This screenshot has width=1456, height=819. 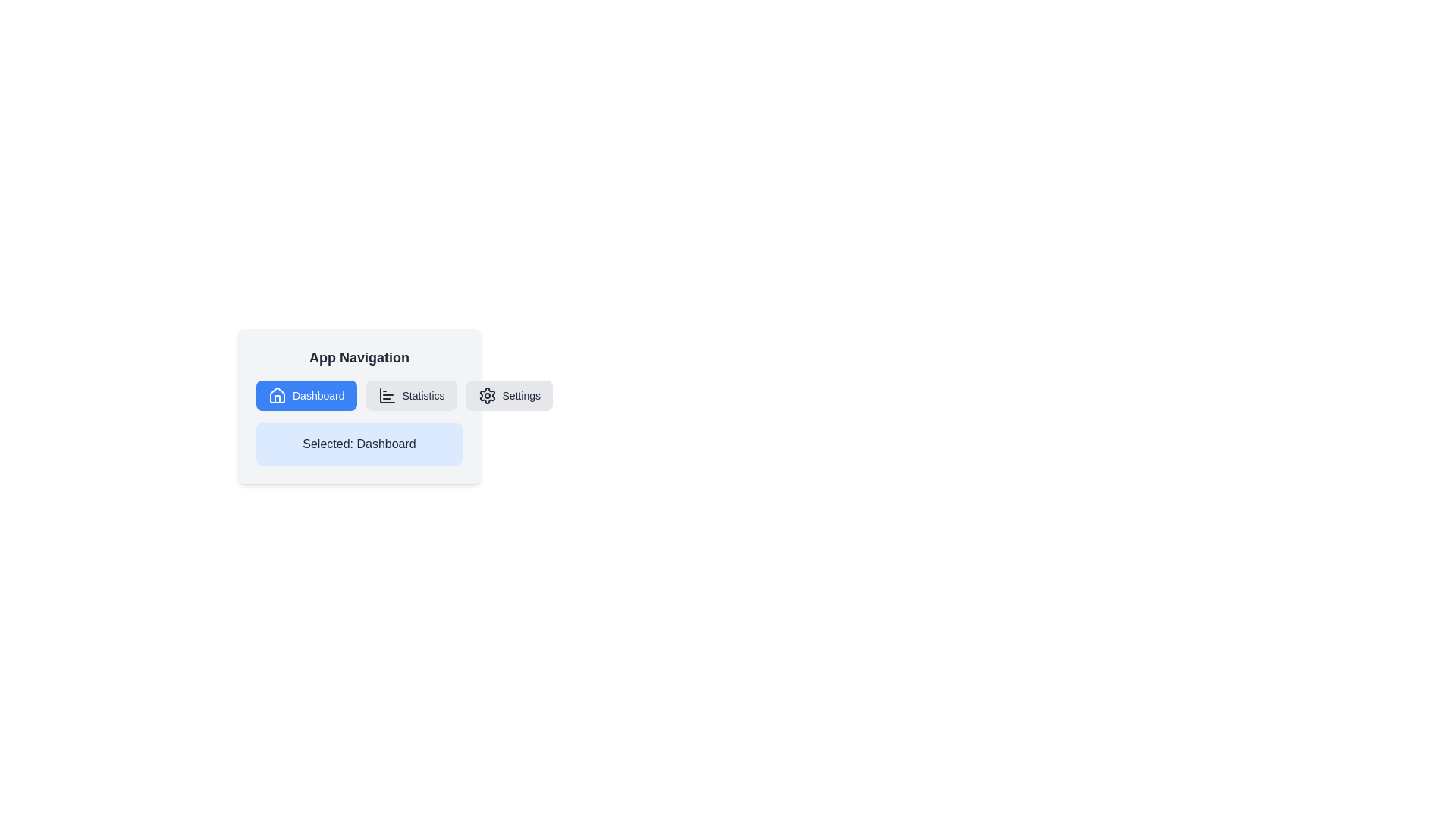 I want to click on the blue house icon located to the left of the 'Dashboard' text label in the primary navigation section, so click(x=277, y=394).